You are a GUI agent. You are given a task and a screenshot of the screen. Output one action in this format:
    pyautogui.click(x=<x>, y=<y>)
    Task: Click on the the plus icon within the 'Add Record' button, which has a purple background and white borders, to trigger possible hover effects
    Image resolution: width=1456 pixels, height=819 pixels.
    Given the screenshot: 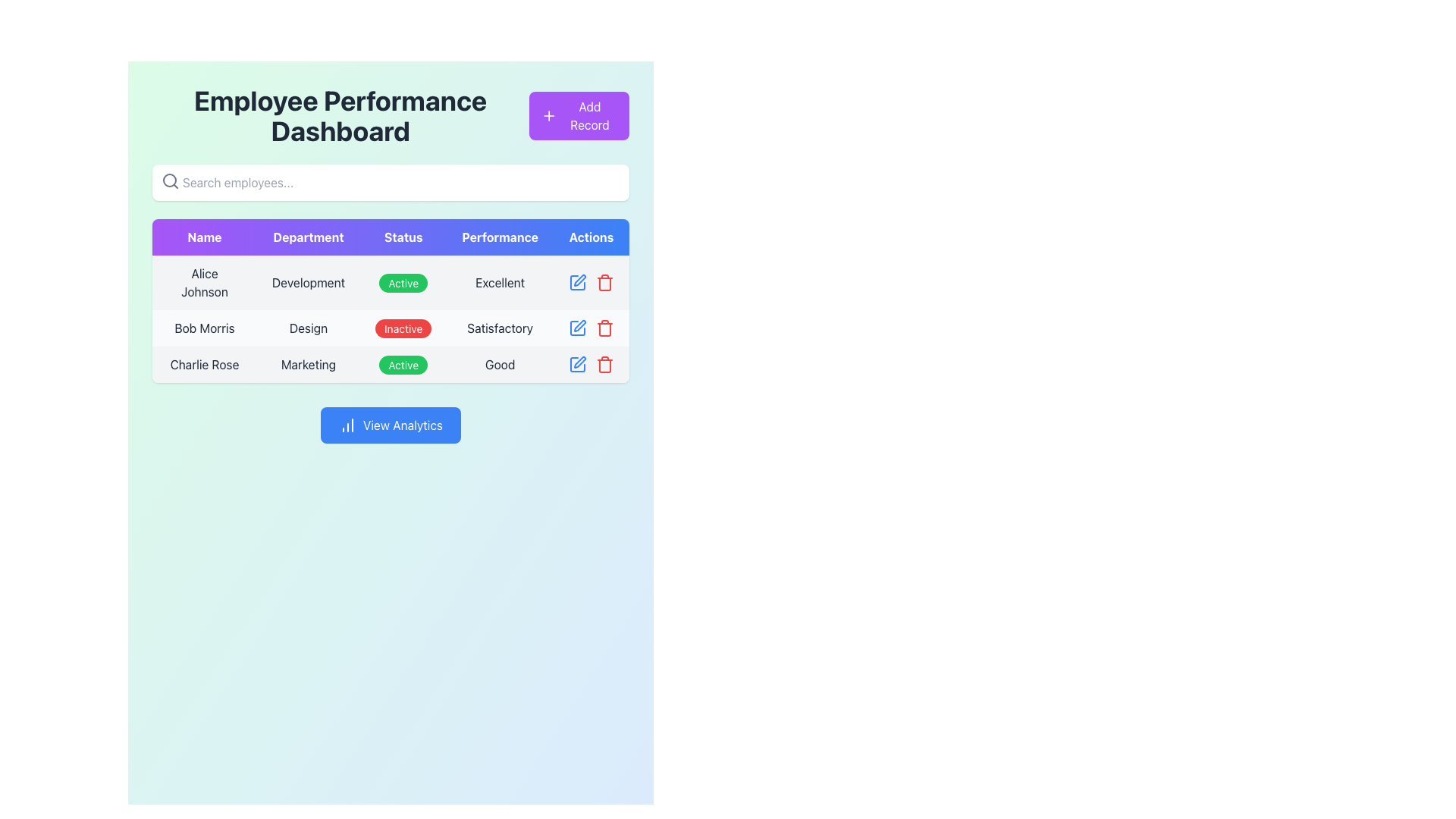 What is the action you would take?
    pyautogui.click(x=548, y=115)
    